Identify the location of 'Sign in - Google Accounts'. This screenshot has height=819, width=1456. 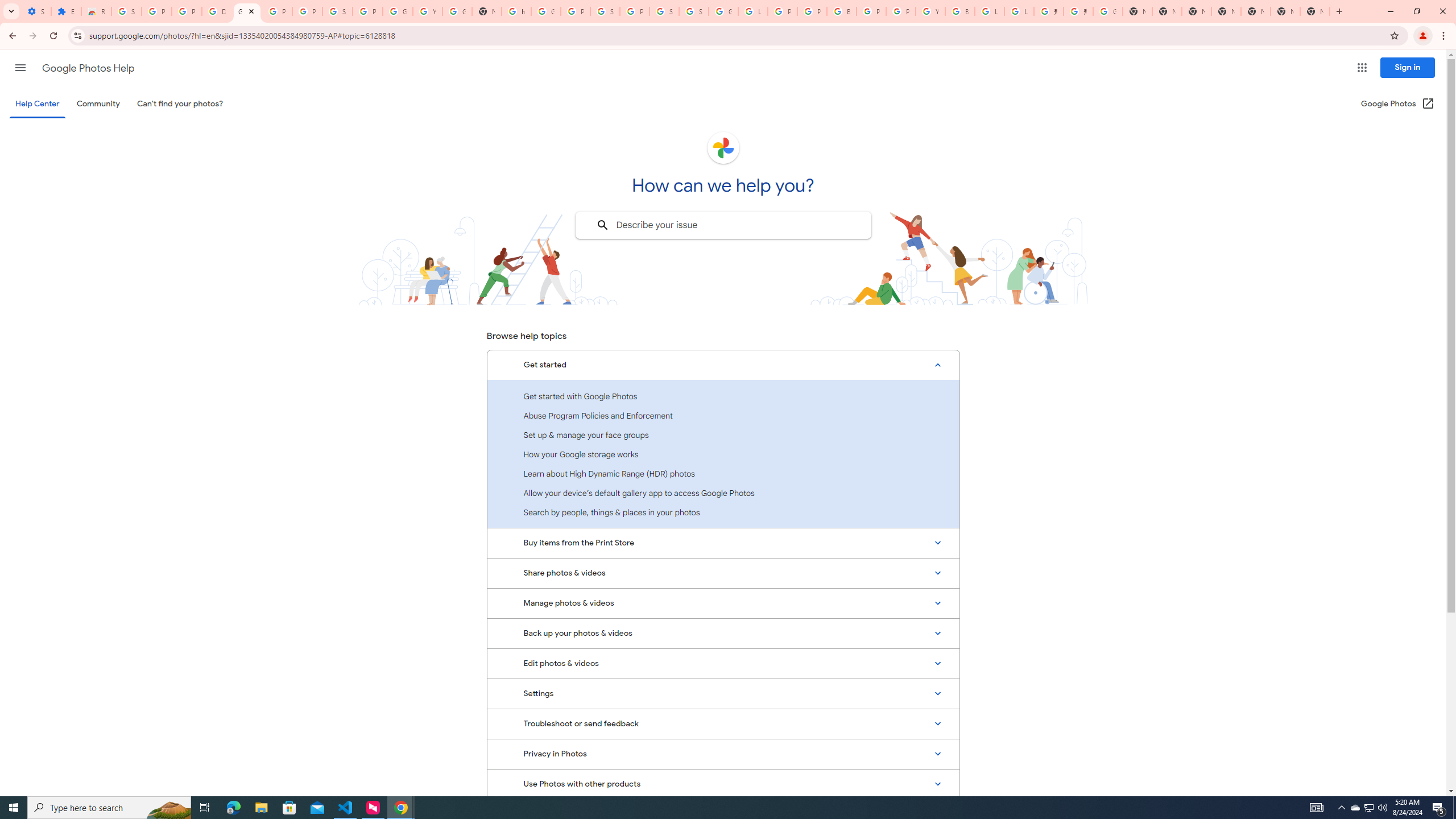
(693, 11).